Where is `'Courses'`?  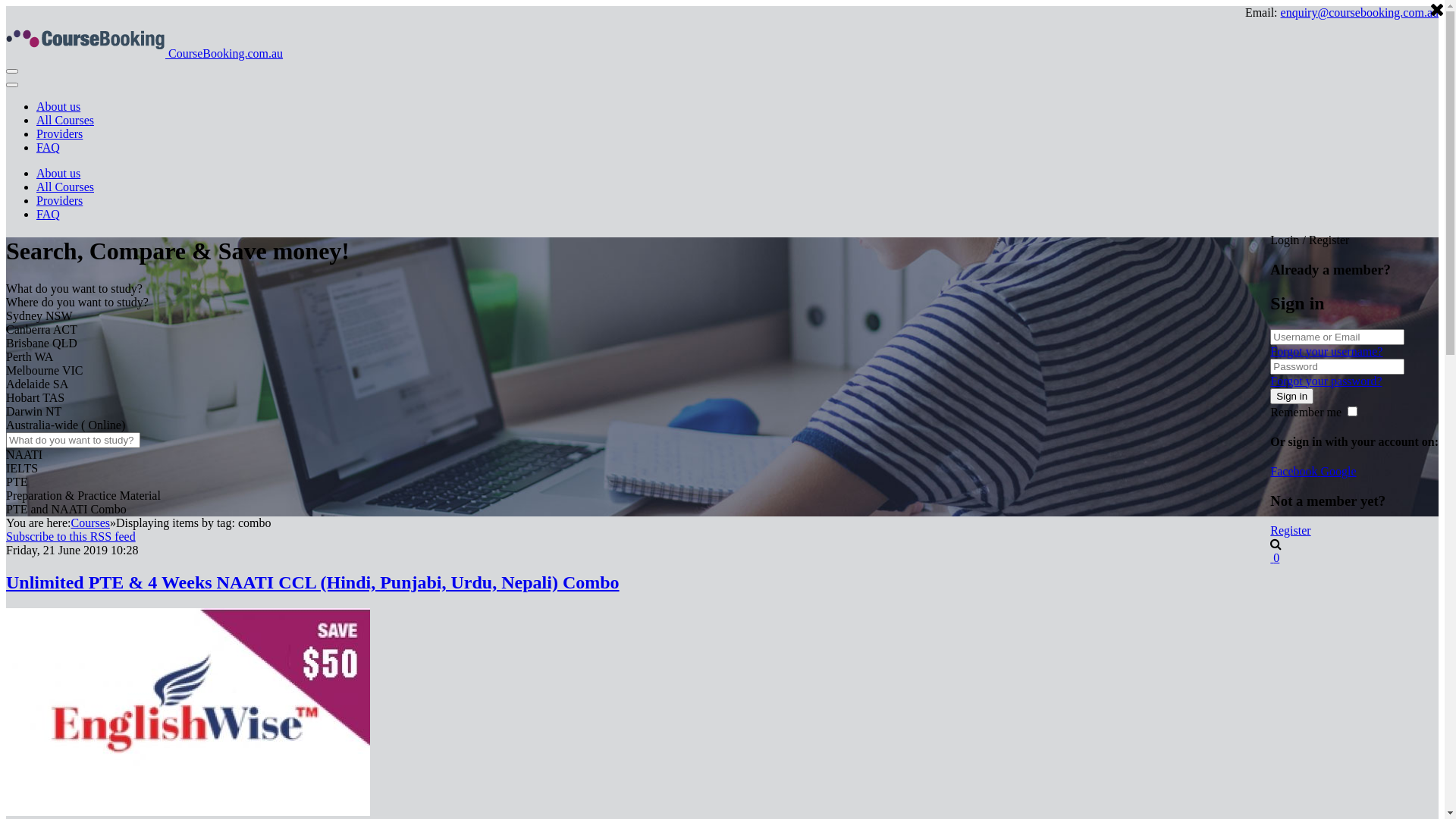
'Courses' is located at coordinates (89, 522).